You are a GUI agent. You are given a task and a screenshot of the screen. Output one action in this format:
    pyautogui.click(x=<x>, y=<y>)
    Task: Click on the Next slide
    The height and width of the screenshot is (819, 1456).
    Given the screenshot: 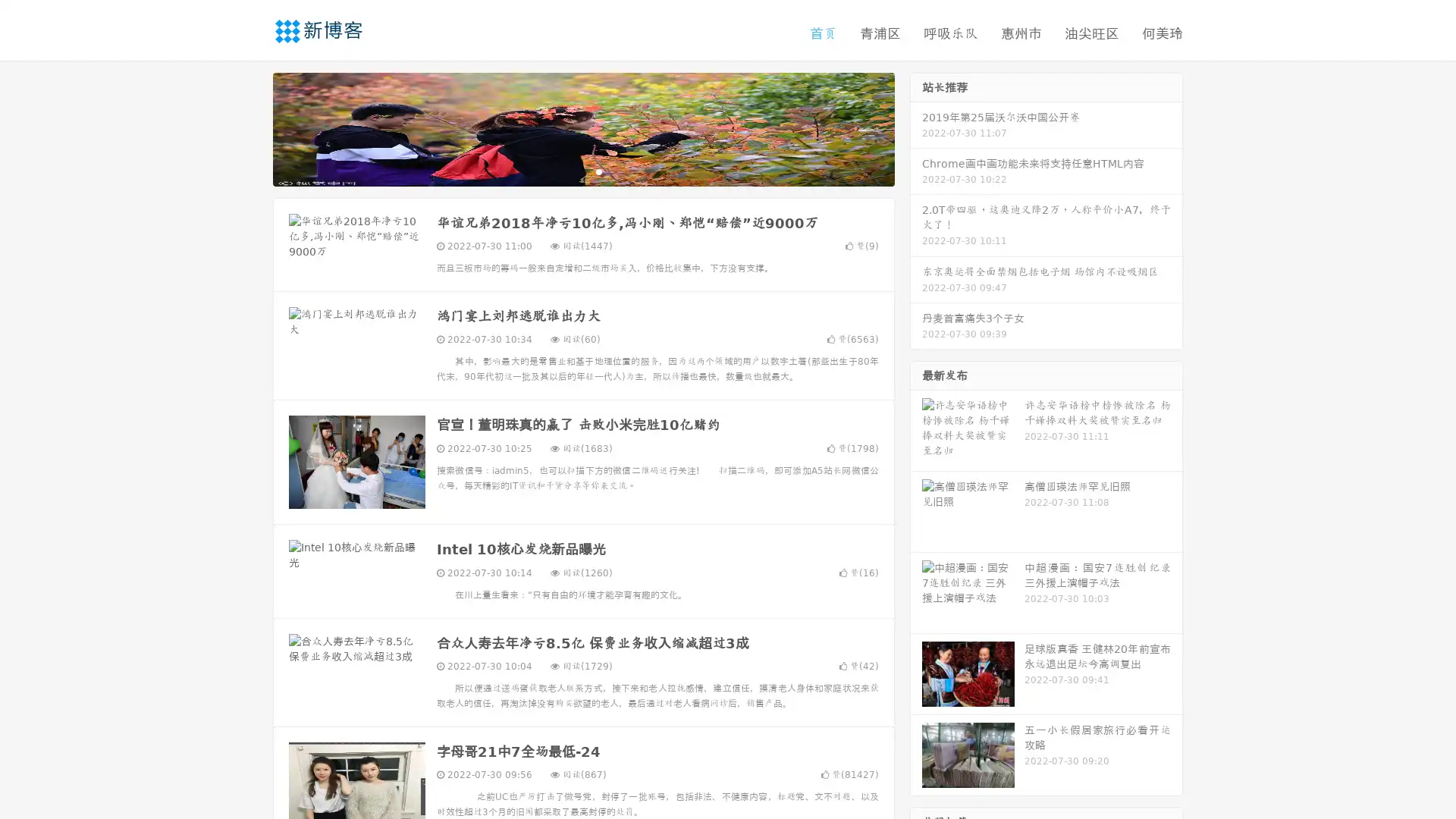 What is the action you would take?
    pyautogui.click(x=916, y=127)
    